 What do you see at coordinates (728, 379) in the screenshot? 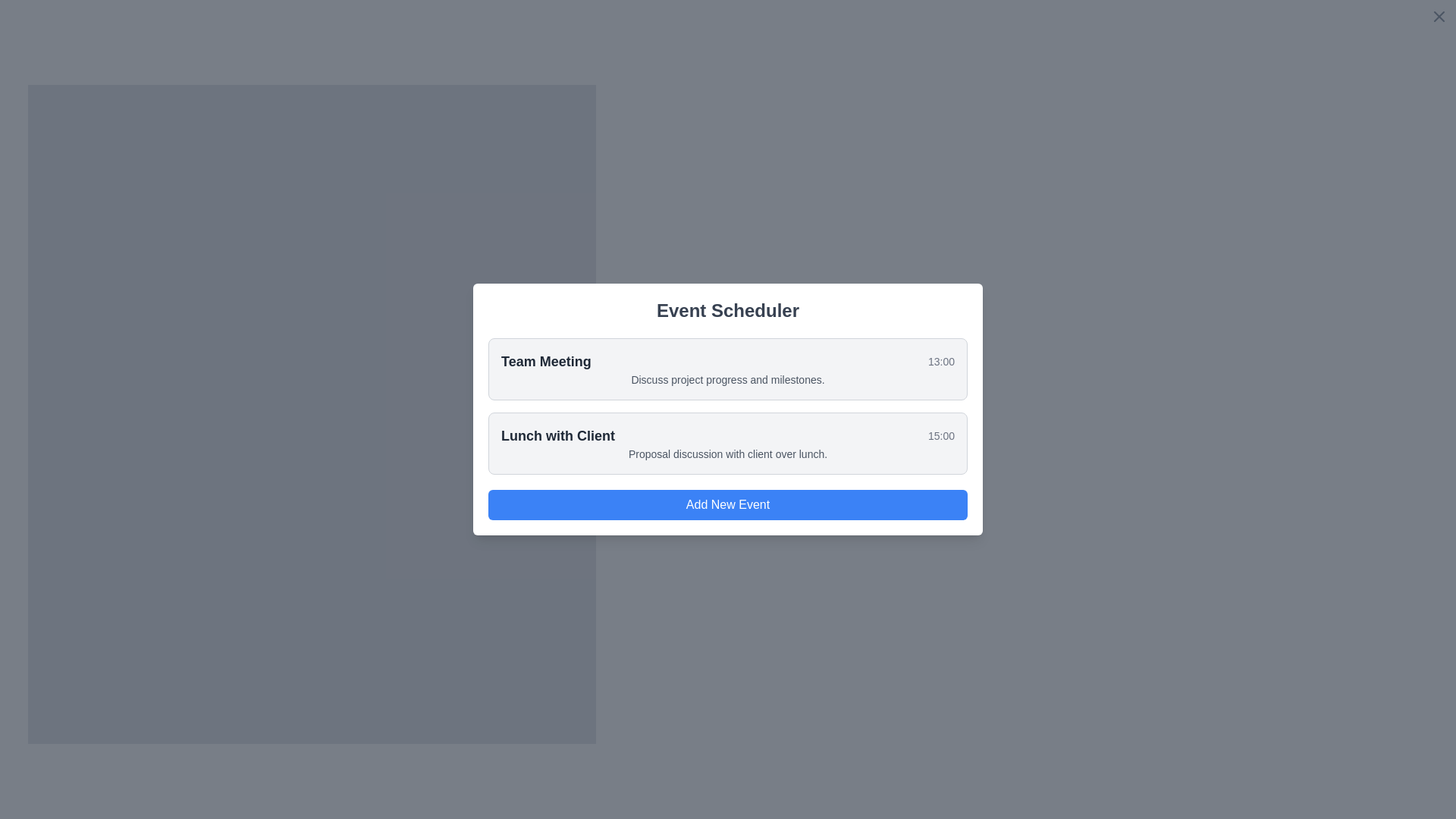
I see `the Text label providing details about the 'Team Meeting', which is located centrally below the title and above the time in the scheduler interface` at bounding box center [728, 379].